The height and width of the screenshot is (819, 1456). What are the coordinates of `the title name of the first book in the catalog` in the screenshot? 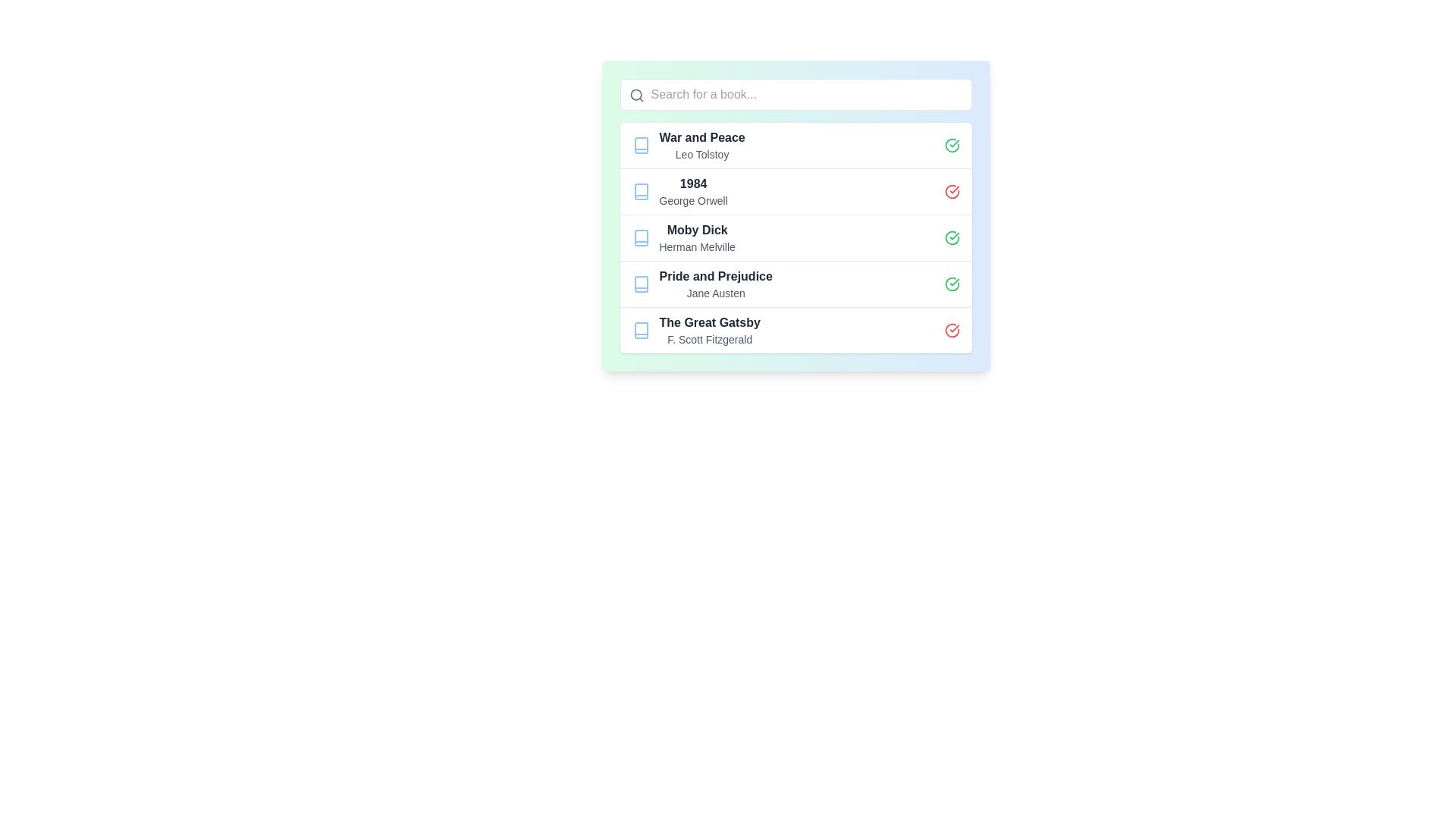 It's located at (701, 137).